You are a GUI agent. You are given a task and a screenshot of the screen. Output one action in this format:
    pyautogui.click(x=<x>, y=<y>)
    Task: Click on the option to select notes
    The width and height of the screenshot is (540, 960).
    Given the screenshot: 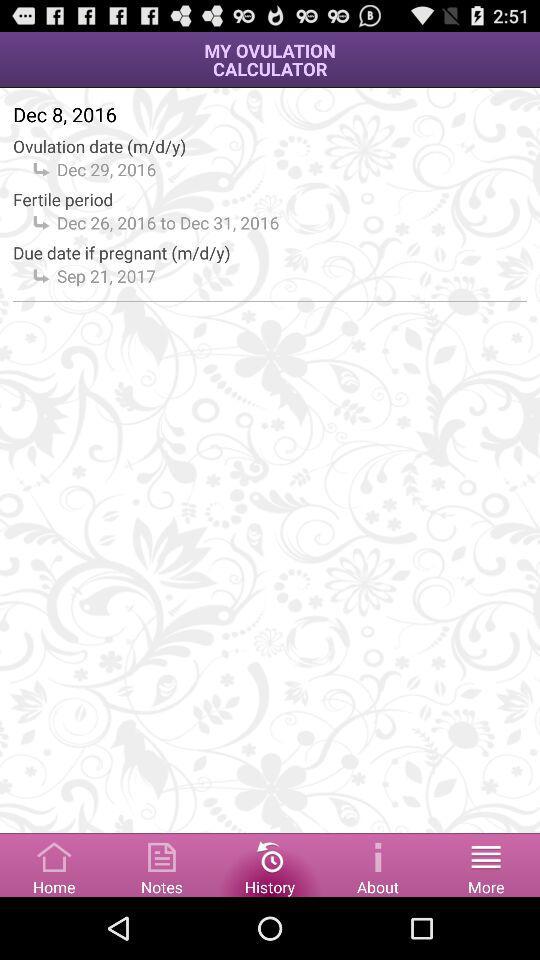 What is the action you would take?
    pyautogui.click(x=161, y=863)
    